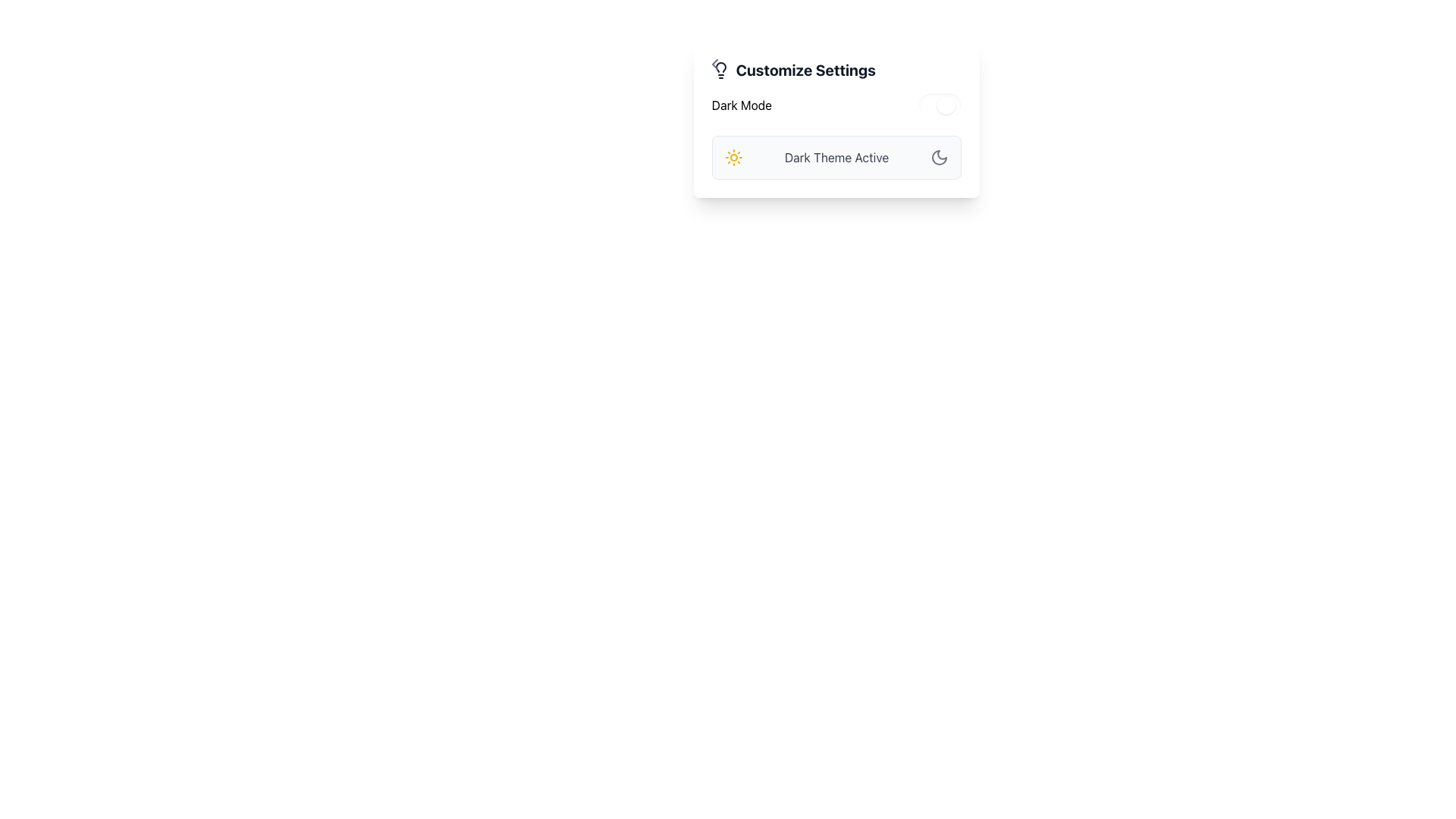 The width and height of the screenshot is (1456, 819). Describe the element at coordinates (836, 136) in the screenshot. I see `the icons in the Informational Box indicating the current theme status, which states 'Dark Theme Active'. This box is located at the bottom of the 'Customize Settings' section, directly below the 'Dark Mode' subsection` at that location.